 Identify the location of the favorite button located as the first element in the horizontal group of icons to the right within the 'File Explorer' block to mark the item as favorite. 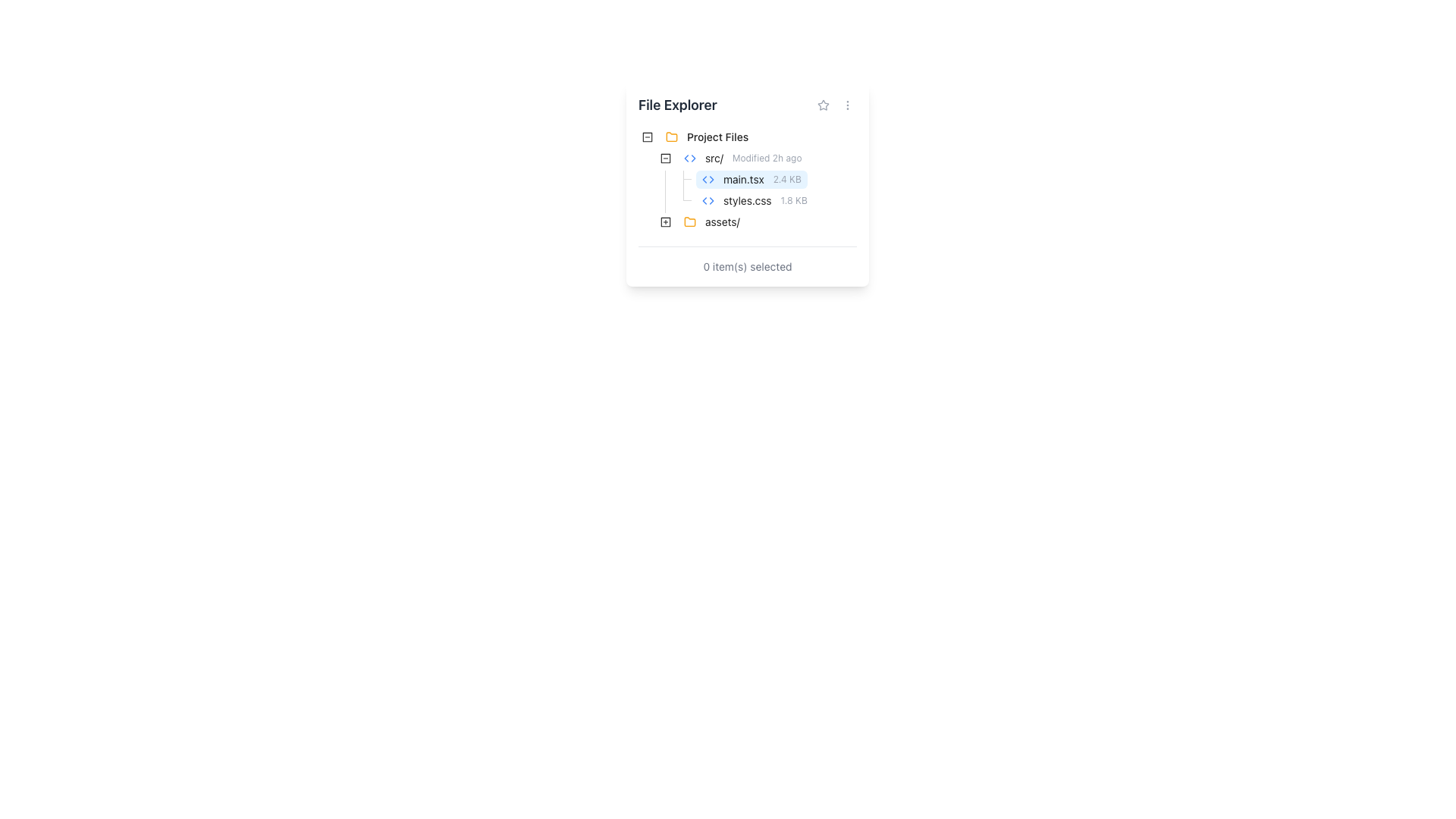
(822, 104).